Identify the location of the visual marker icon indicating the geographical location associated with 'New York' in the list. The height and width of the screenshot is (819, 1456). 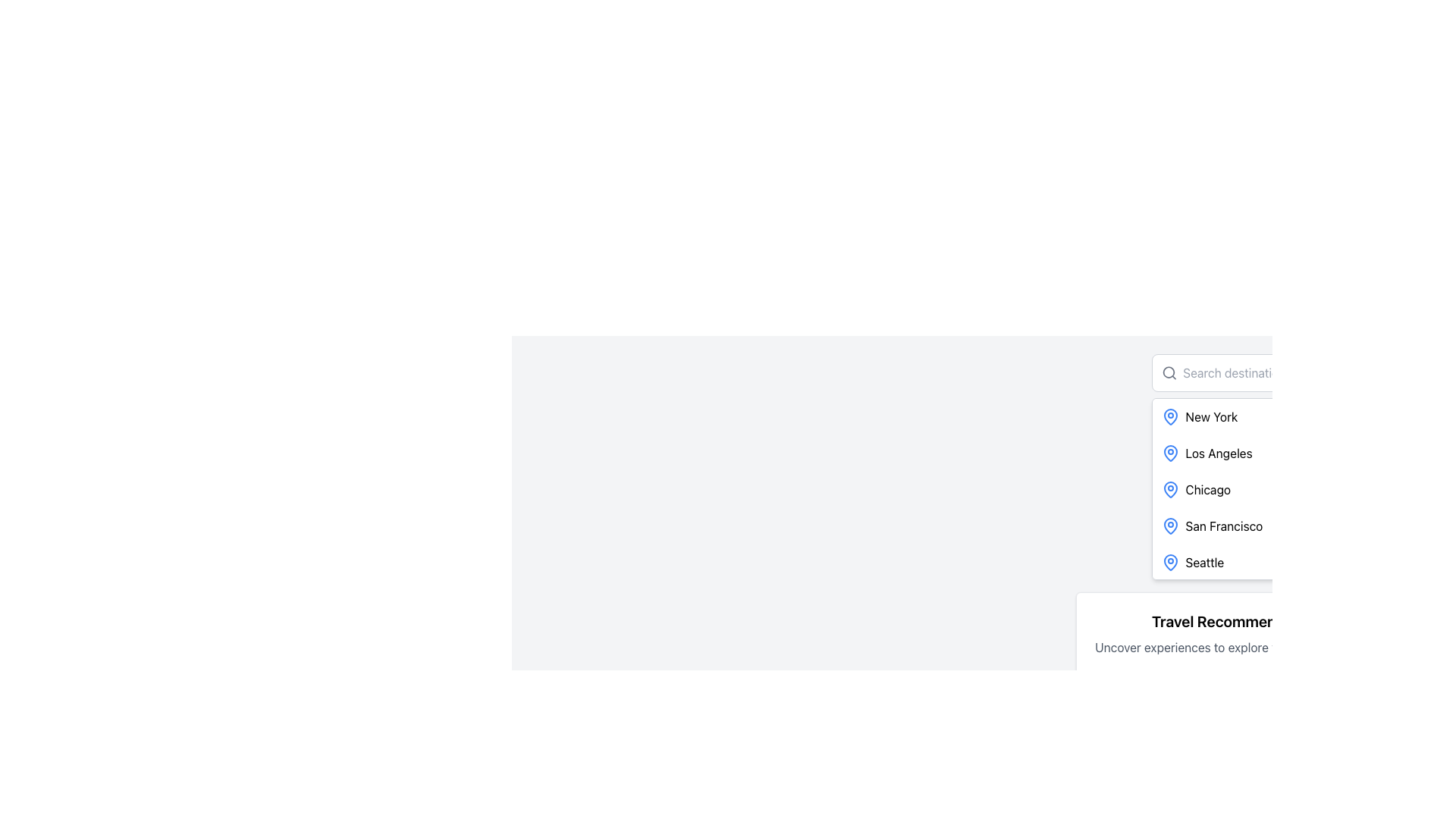
(1169, 417).